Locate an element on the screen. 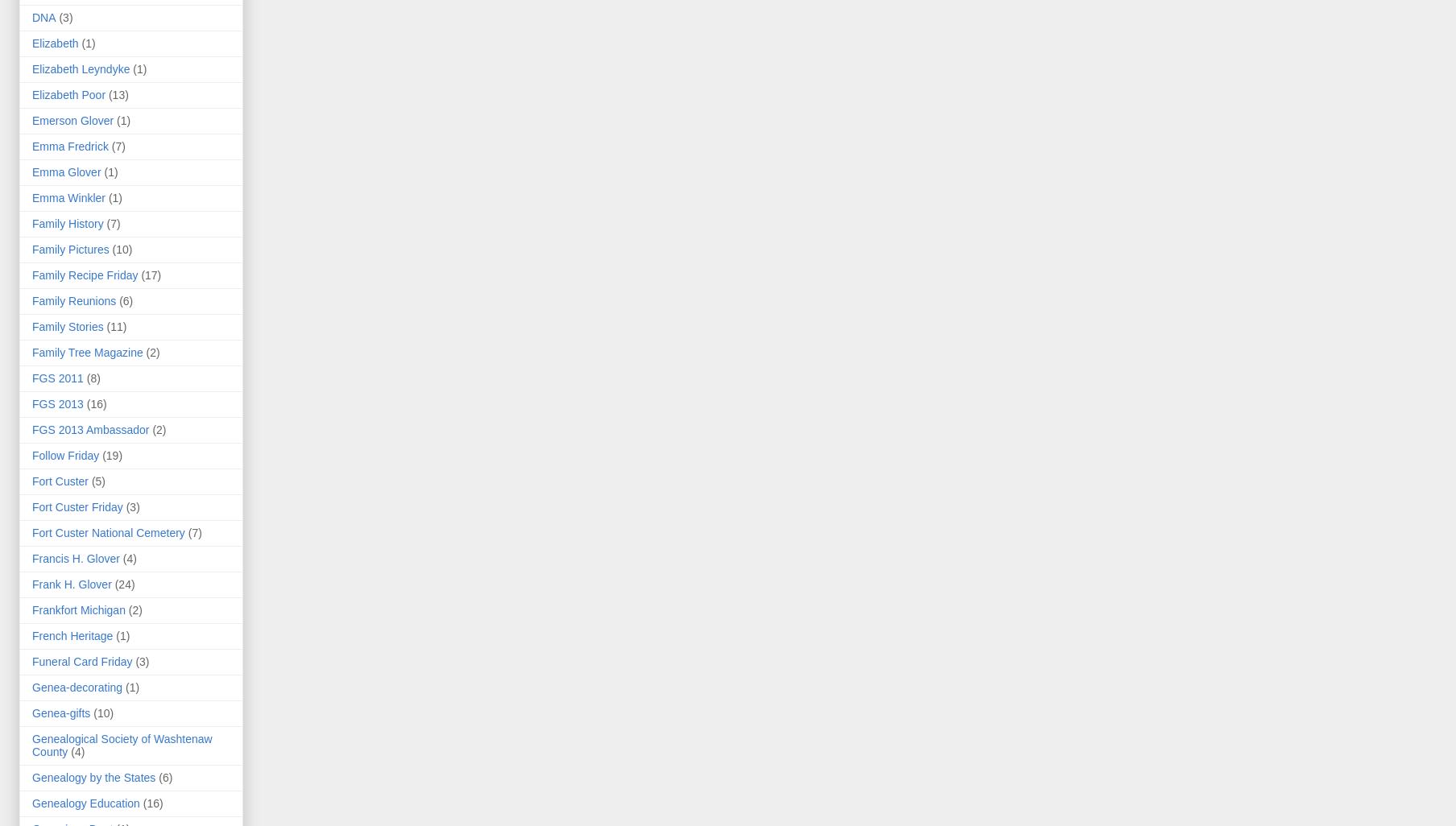 The image size is (1456, 826). 'FGS 2013 Ambassador' is located at coordinates (31, 430).